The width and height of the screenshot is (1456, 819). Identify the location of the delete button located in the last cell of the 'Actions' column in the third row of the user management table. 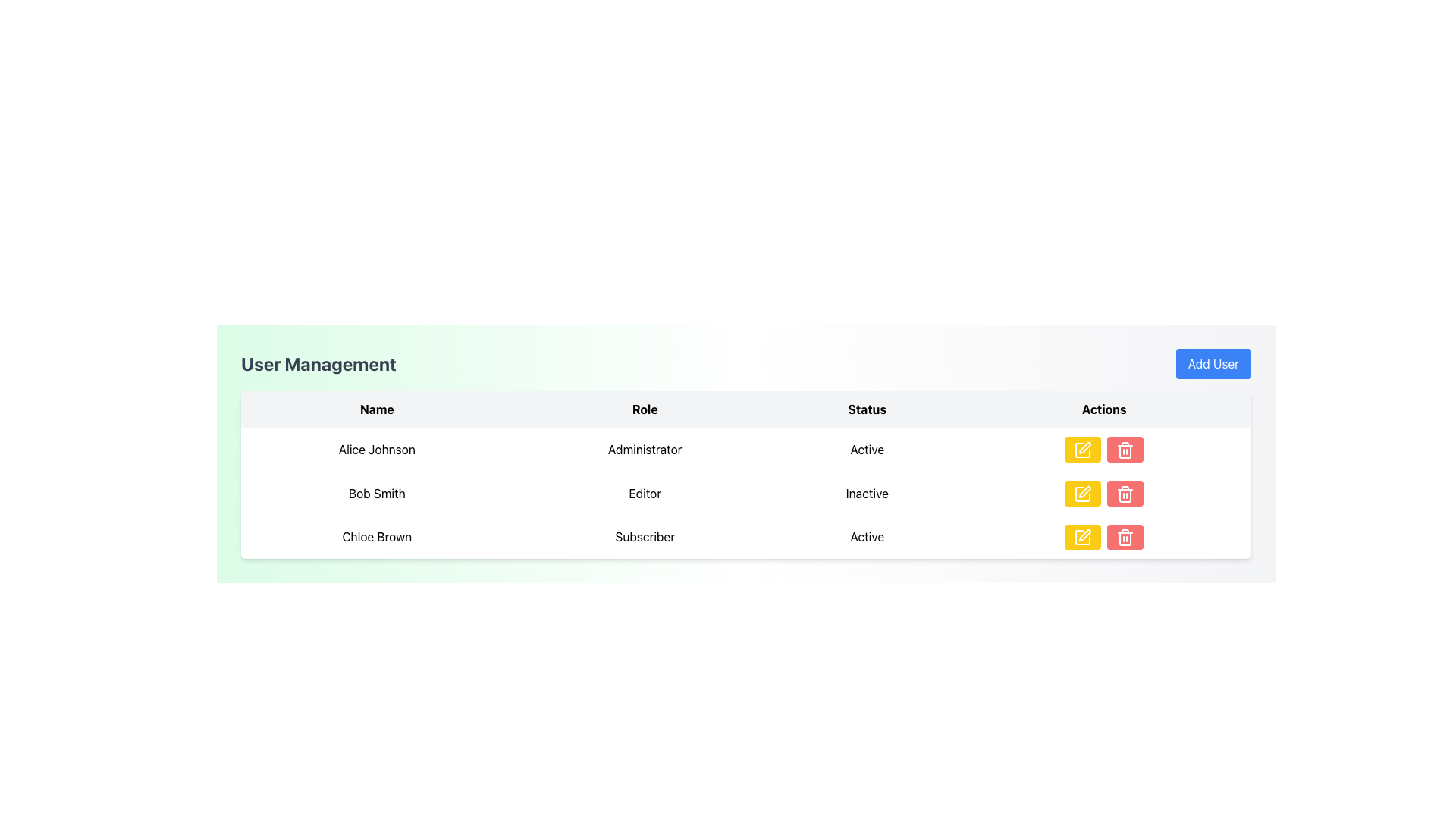
(1125, 536).